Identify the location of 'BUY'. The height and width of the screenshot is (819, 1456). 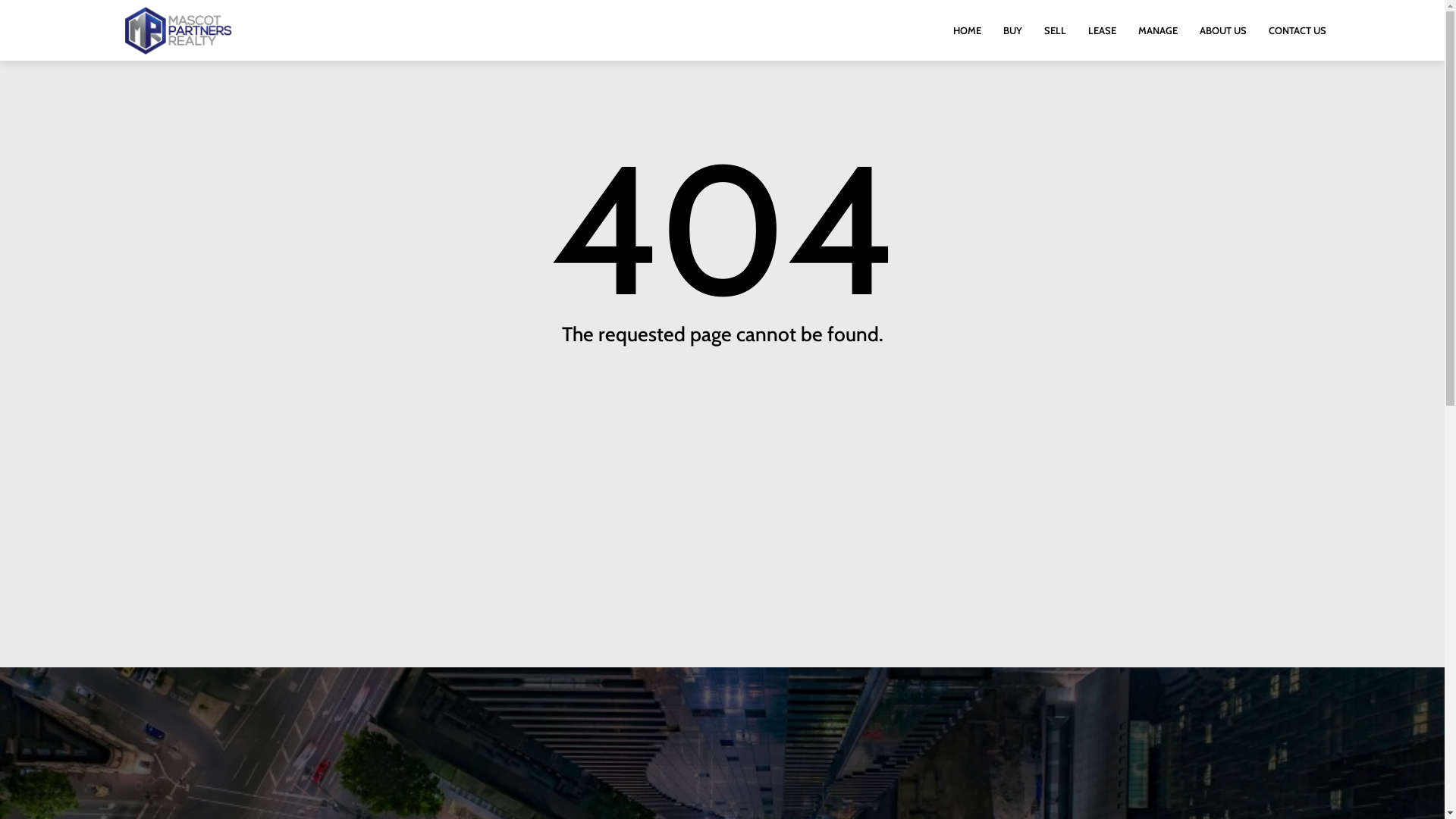
(1012, 30).